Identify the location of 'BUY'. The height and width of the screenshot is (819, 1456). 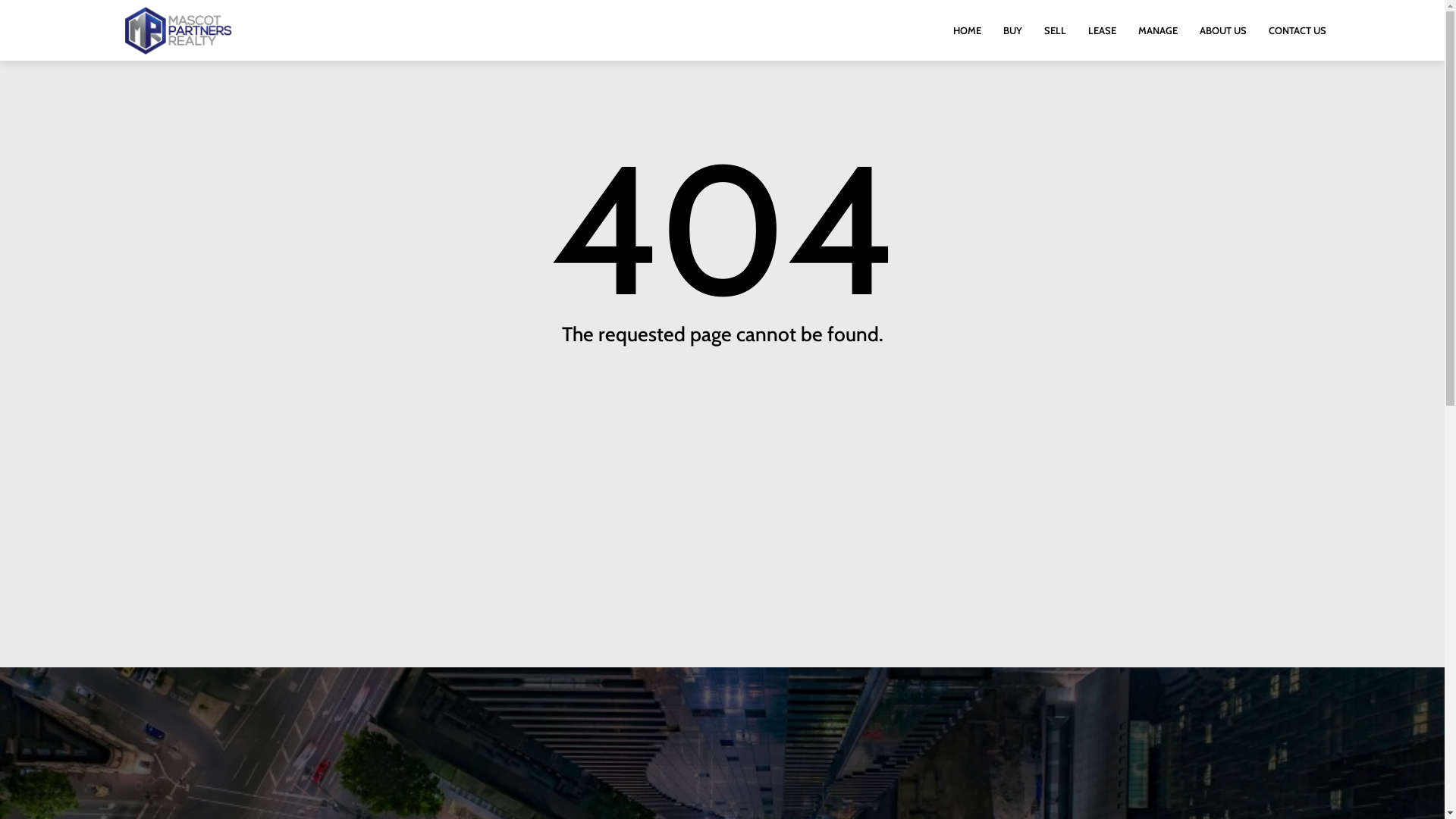
(1012, 30).